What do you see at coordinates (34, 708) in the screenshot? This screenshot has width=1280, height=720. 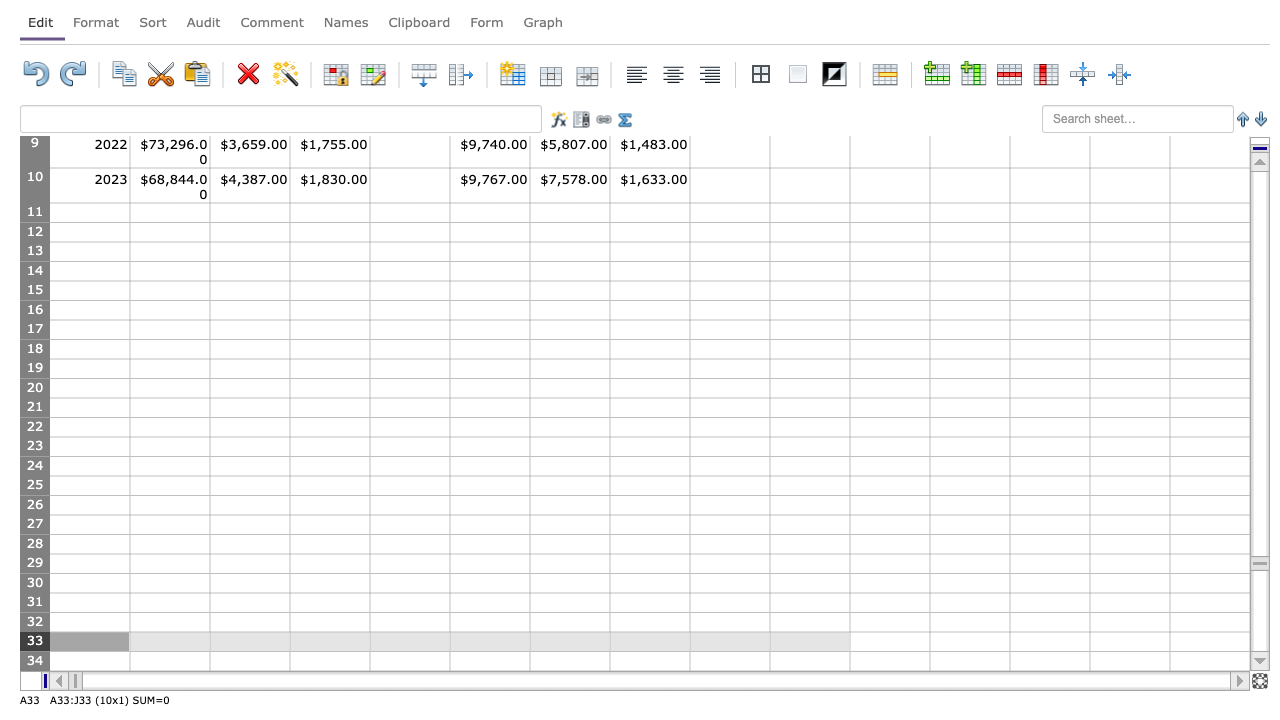 I see `the bottom edge of row 36 header to resize` at bounding box center [34, 708].